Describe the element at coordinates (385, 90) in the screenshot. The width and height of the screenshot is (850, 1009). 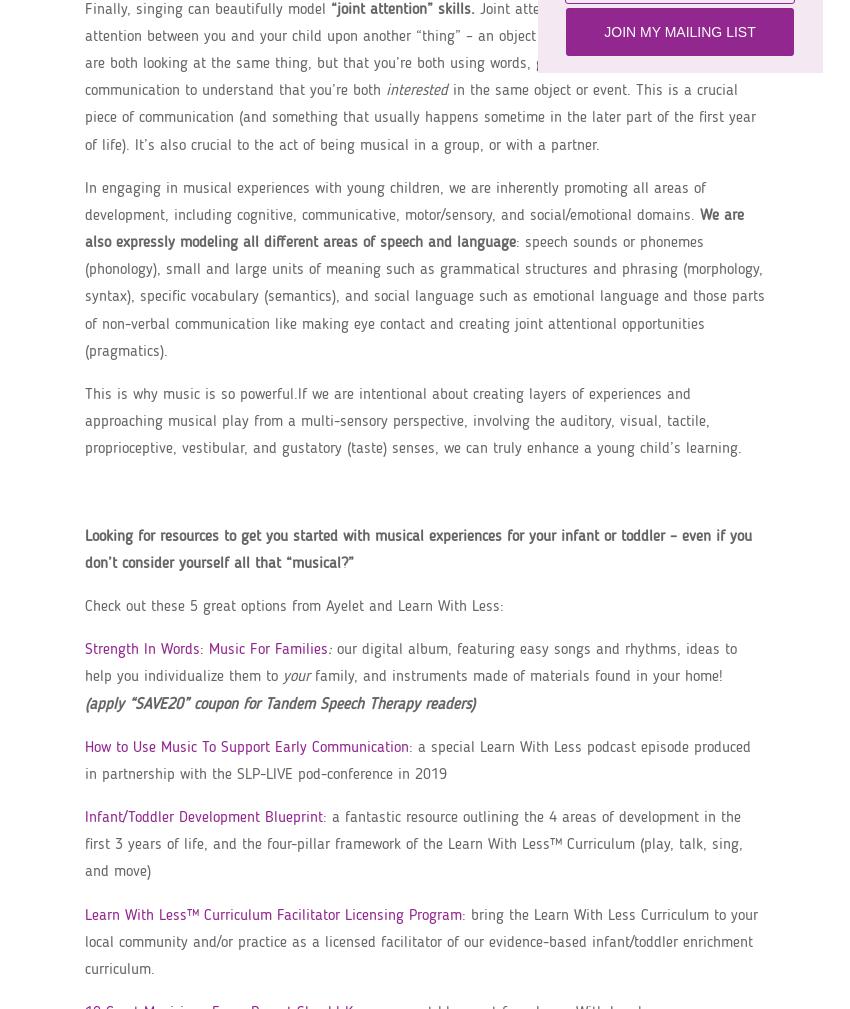
I see `'interested'` at that location.